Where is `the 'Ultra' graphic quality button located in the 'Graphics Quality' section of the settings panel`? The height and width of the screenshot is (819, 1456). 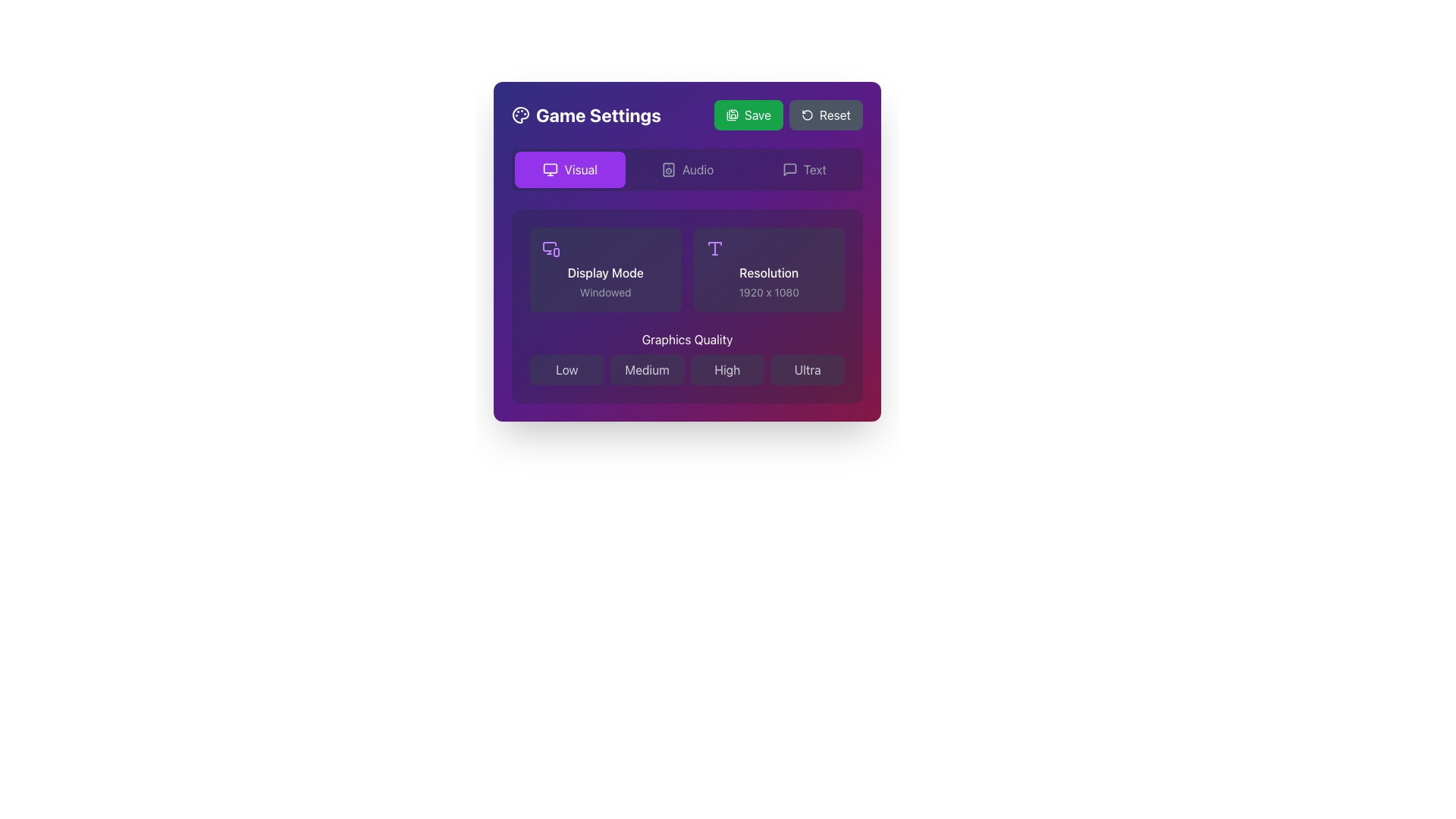
the 'Ultra' graphic quality button located in the 'Graphics Quality' section of the settings panel is located at coordinates (807, 370).